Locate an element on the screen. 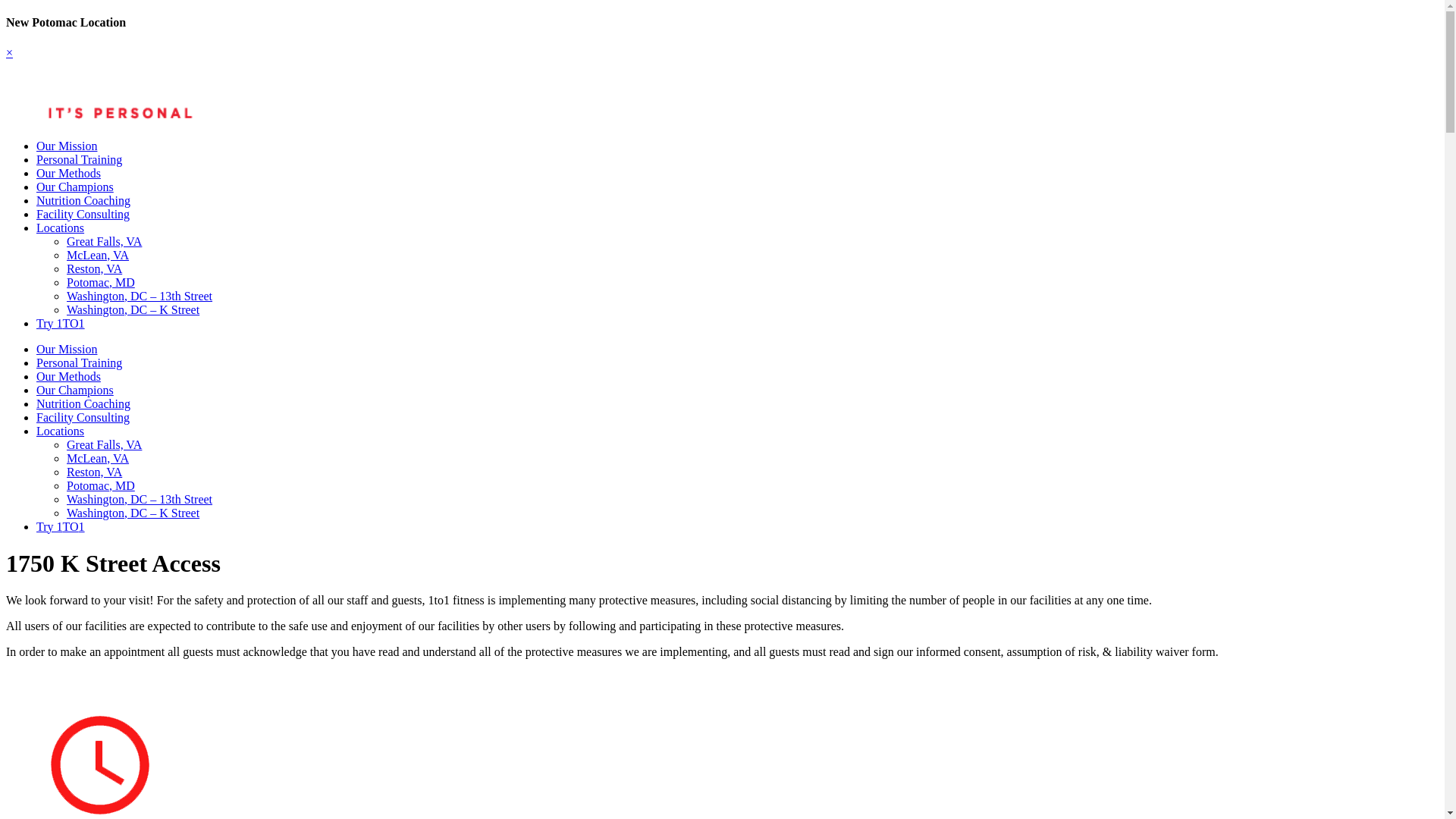  'Our Methods' is located at coordinates (67, 375).